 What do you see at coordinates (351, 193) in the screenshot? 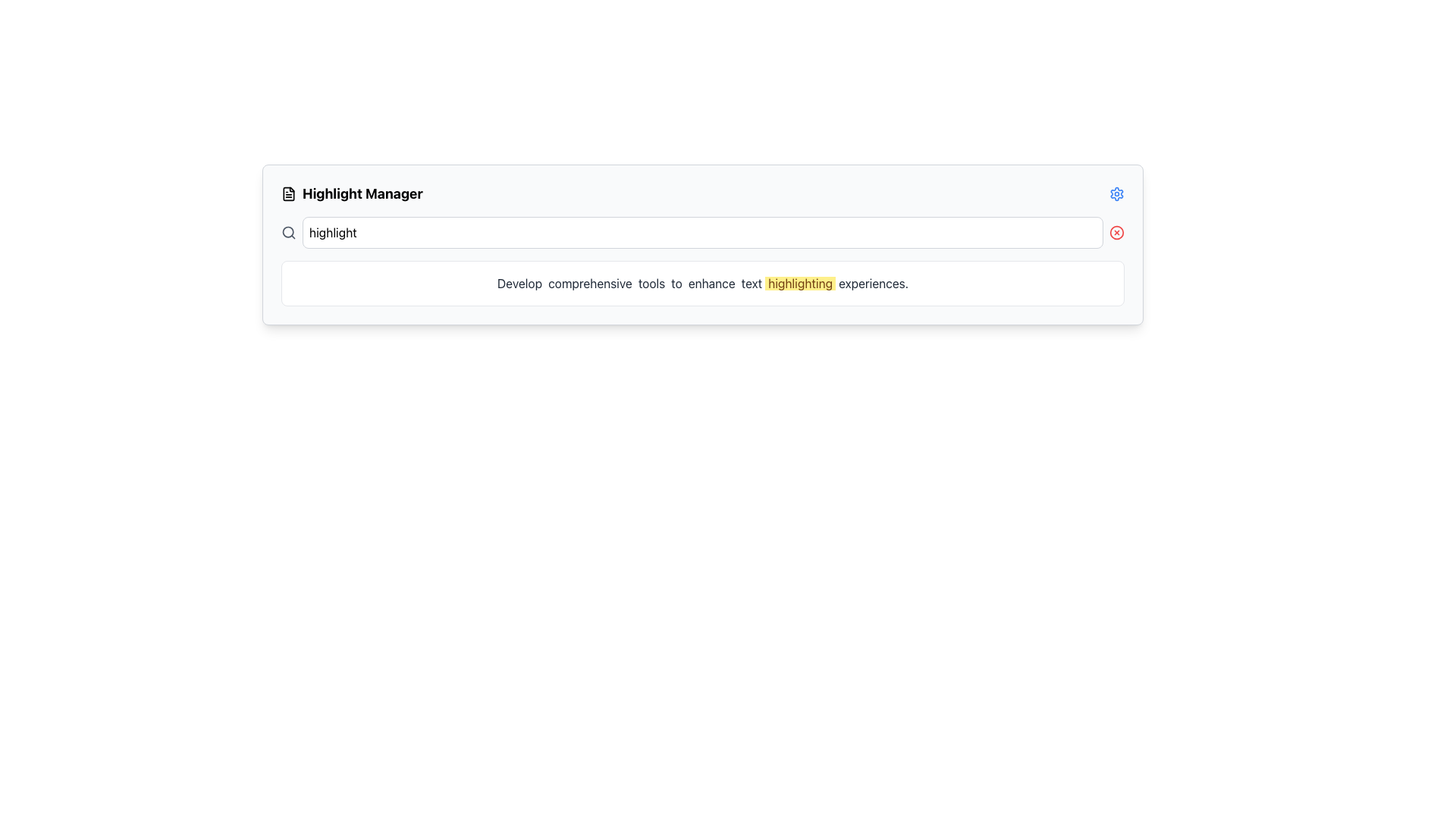
I see `the 'Highlight Manager' header text with the accompanying icon, located at the top left of the interface` at bounding box center [351, 193].